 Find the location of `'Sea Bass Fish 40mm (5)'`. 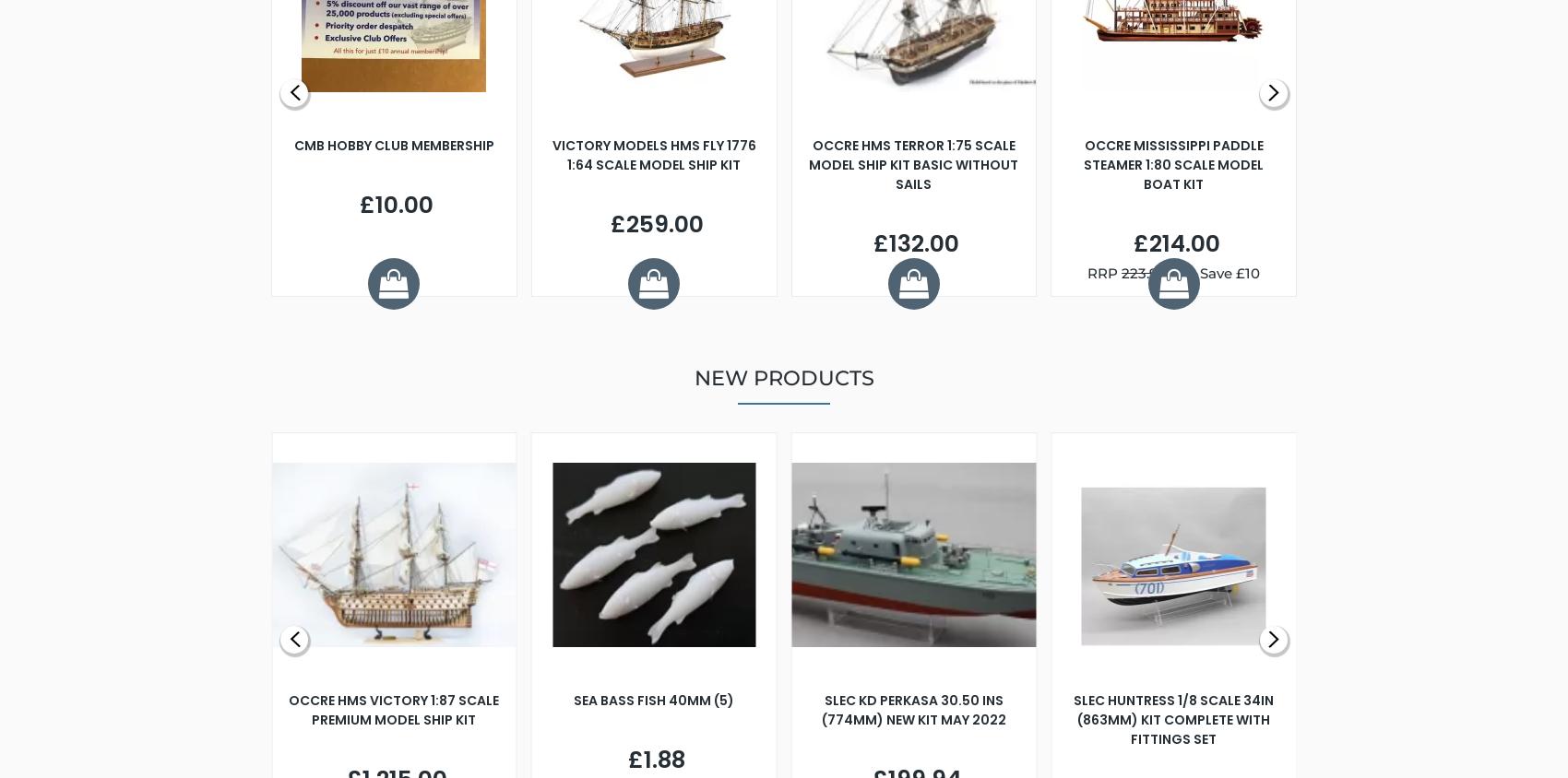

'Sea Bass Fish 40mm (5)' is located at coordinates (654, 700).